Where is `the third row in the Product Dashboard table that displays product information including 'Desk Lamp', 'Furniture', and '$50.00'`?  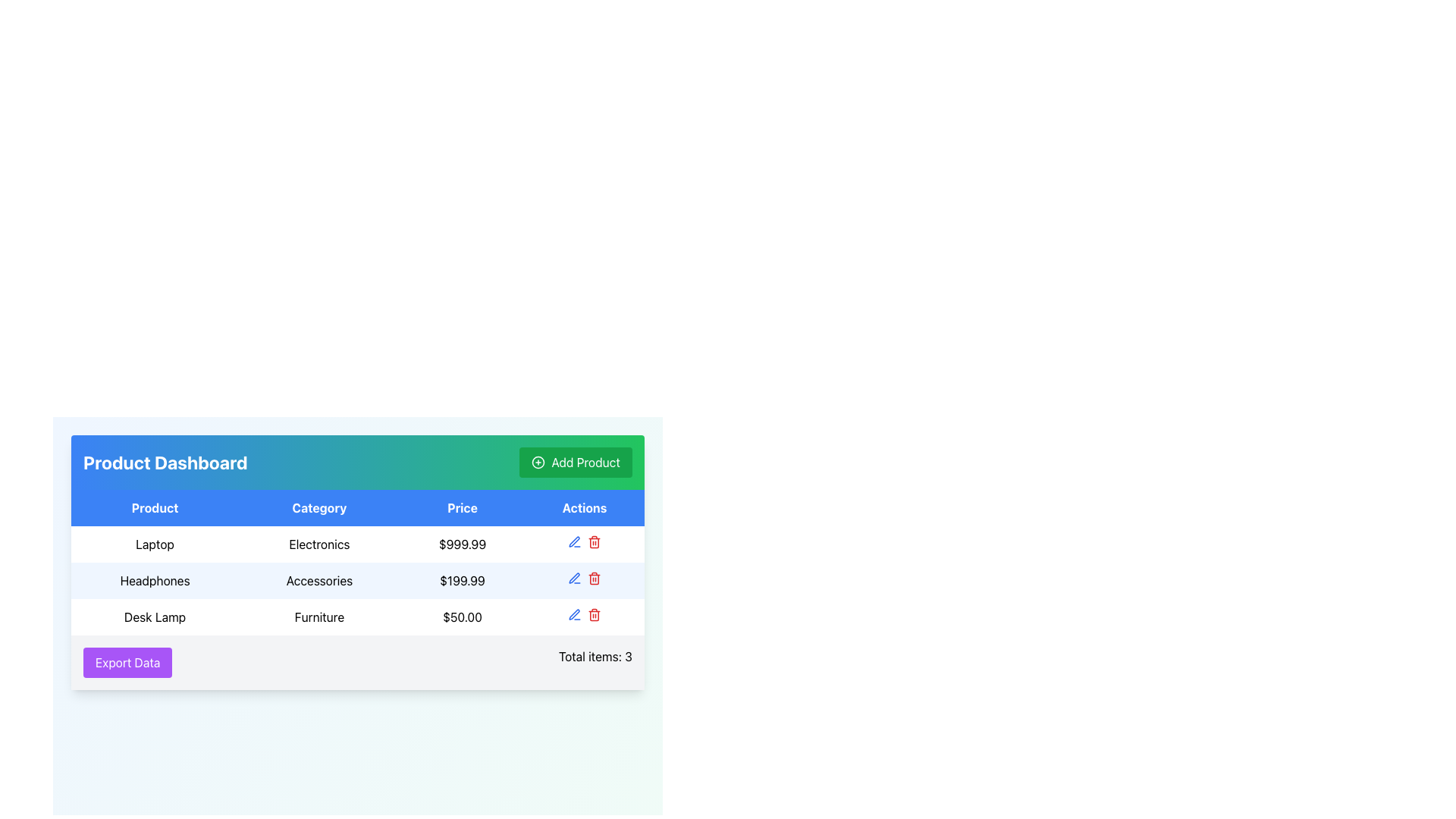
the third row in the Product Dashboard table that displays product information including 'Desk Lamp', 'Furniture', and '$50.00' is located at coordinates (356, 617).